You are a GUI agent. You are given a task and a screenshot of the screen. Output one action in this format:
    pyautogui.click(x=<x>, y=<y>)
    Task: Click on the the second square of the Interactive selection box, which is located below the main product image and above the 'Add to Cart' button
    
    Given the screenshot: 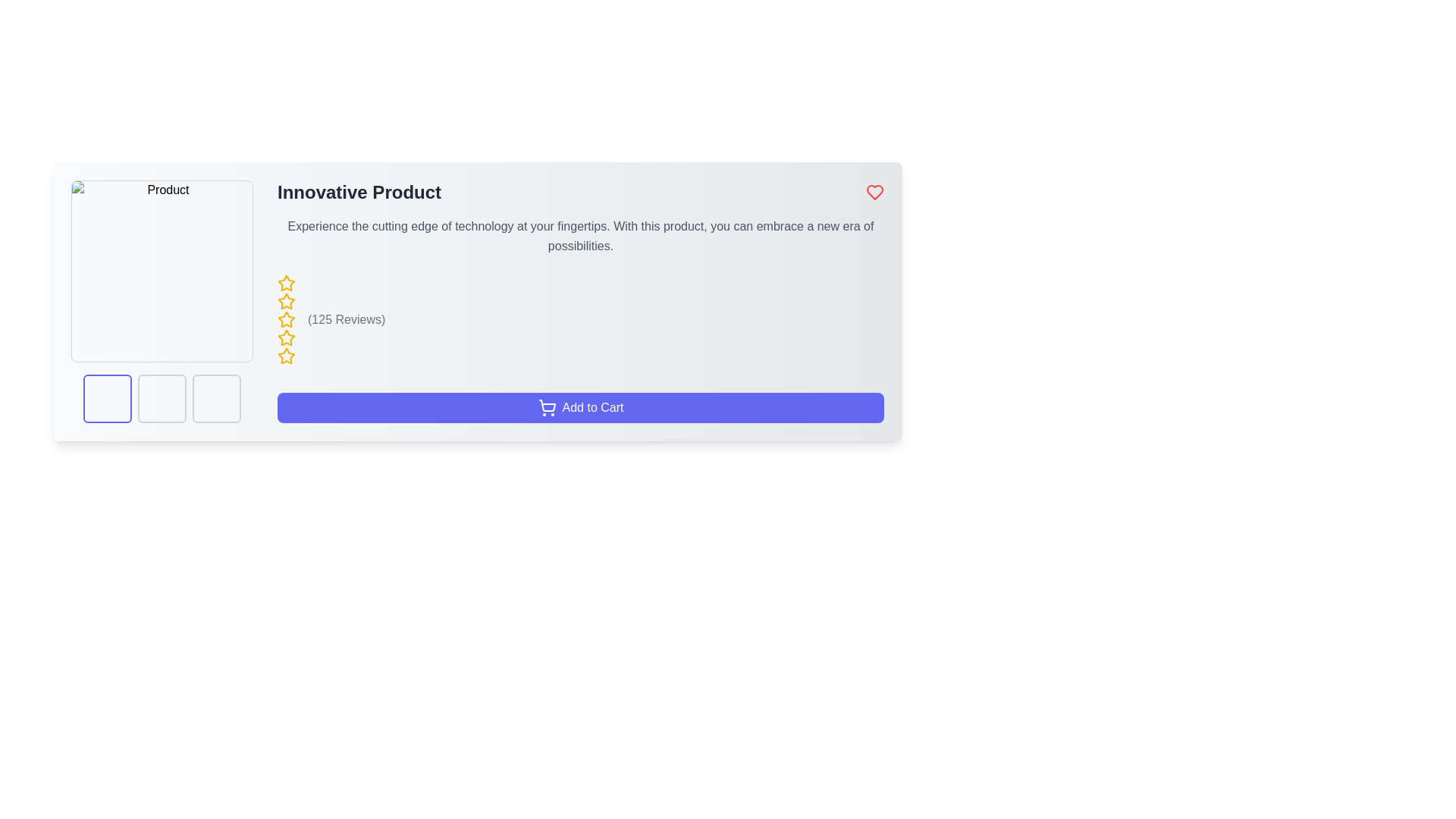 What is the action you would take?
    pyautogui.click(x=162, y=397)
    